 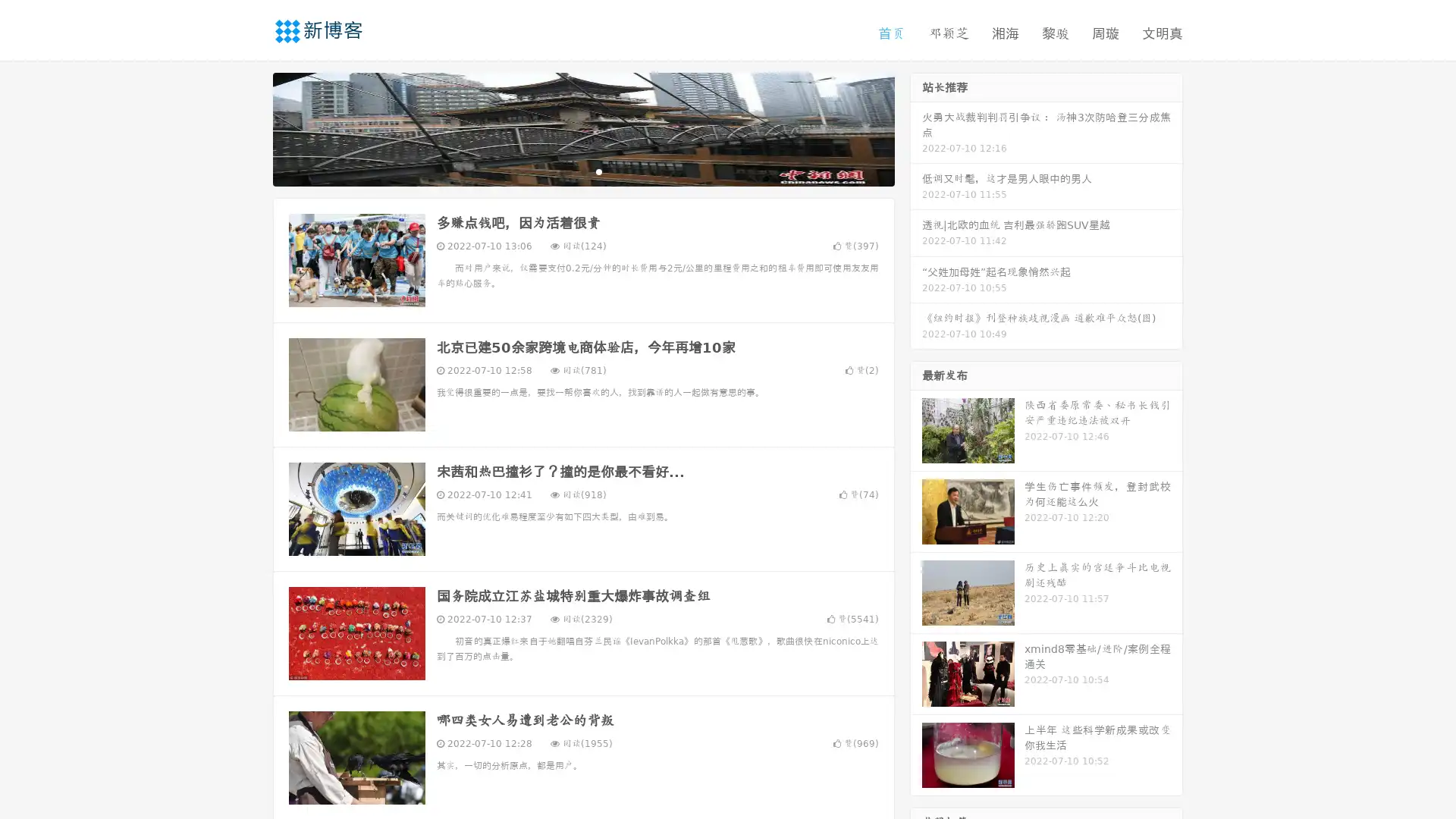 I want to click on Previous slide, so click(x=250, y=127).